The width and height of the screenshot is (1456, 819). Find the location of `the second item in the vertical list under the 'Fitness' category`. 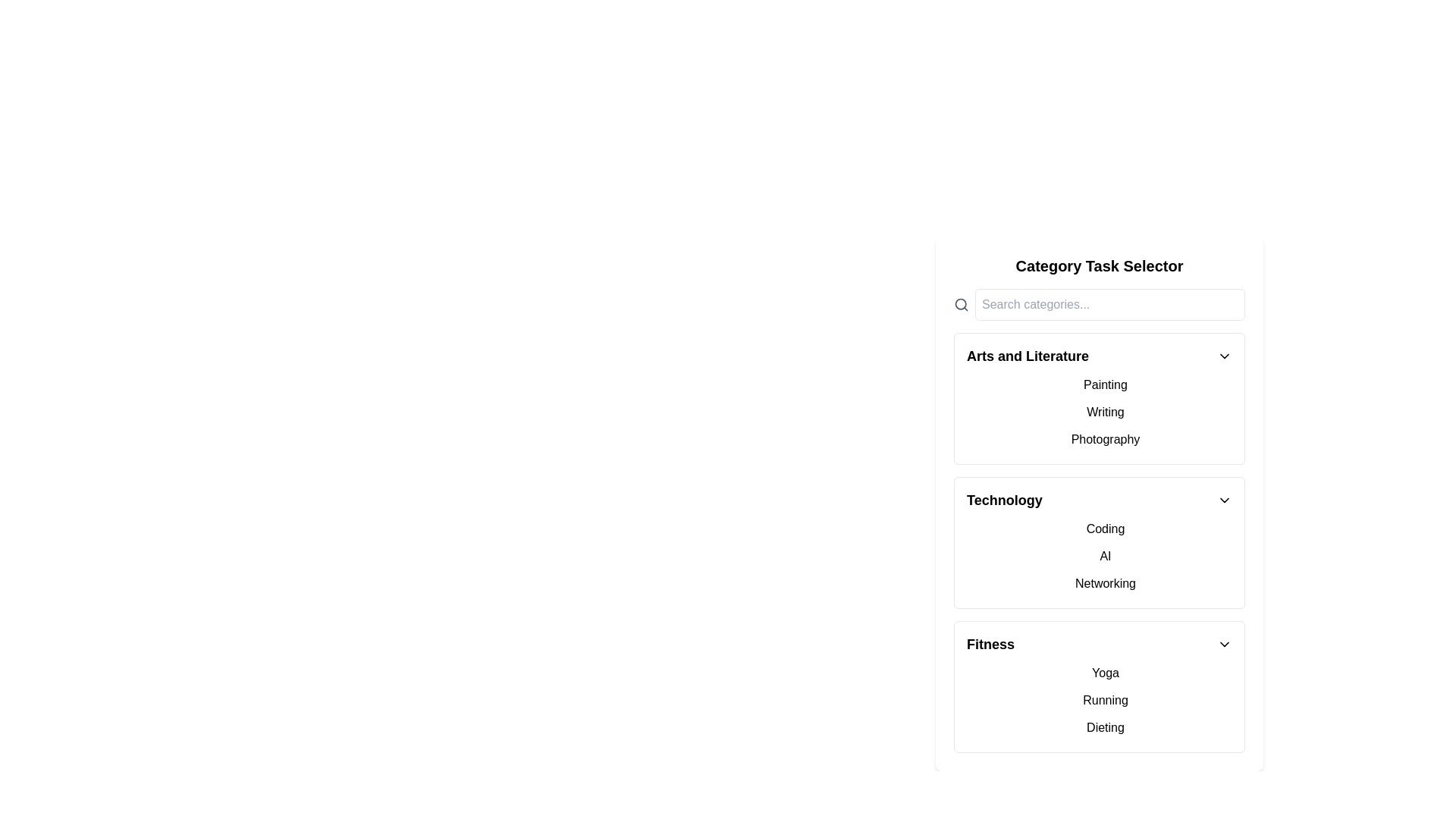

the second item in the vertical list under the 'Fitness' category is located at coordinates (1106, 701).